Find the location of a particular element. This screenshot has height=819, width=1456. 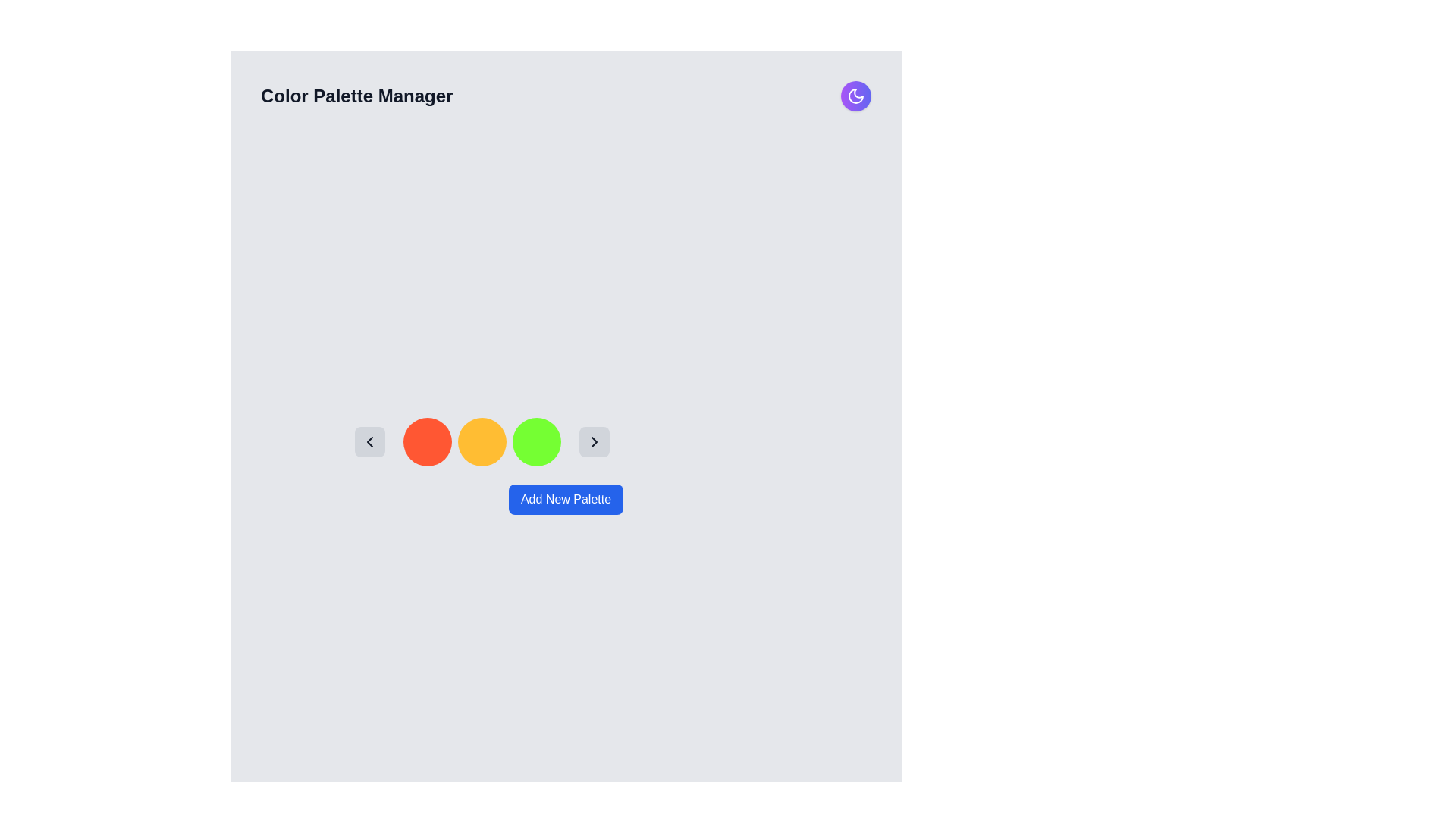

the crescent moon icon button outlined in a gradient-filled circle is located at coordinates (855, 96).